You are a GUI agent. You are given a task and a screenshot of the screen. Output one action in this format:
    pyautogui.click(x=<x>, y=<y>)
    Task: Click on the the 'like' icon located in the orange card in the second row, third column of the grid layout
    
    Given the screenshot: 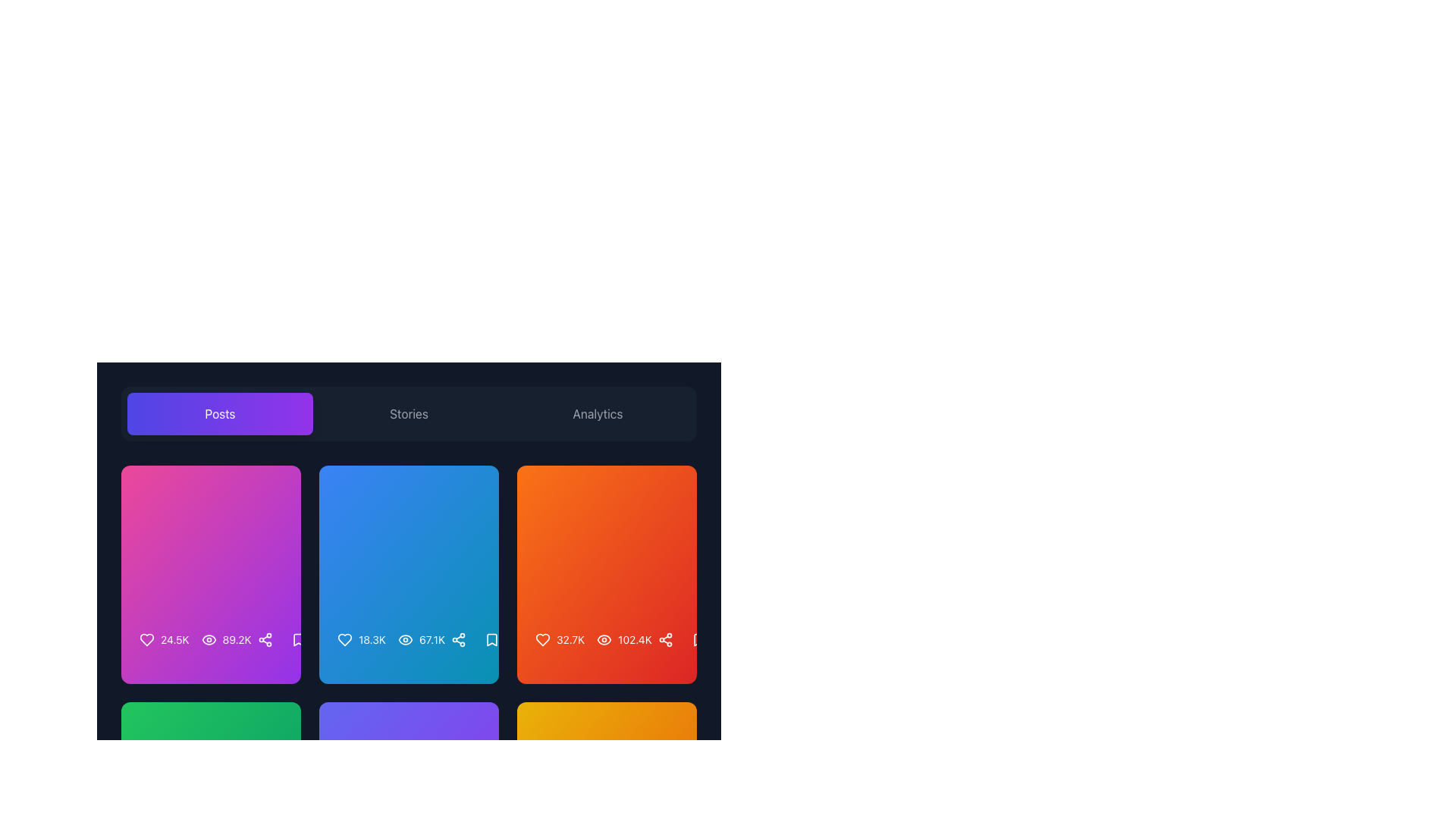 What is the action you would take?
    pyautogui.click(x=542, y=640)
    